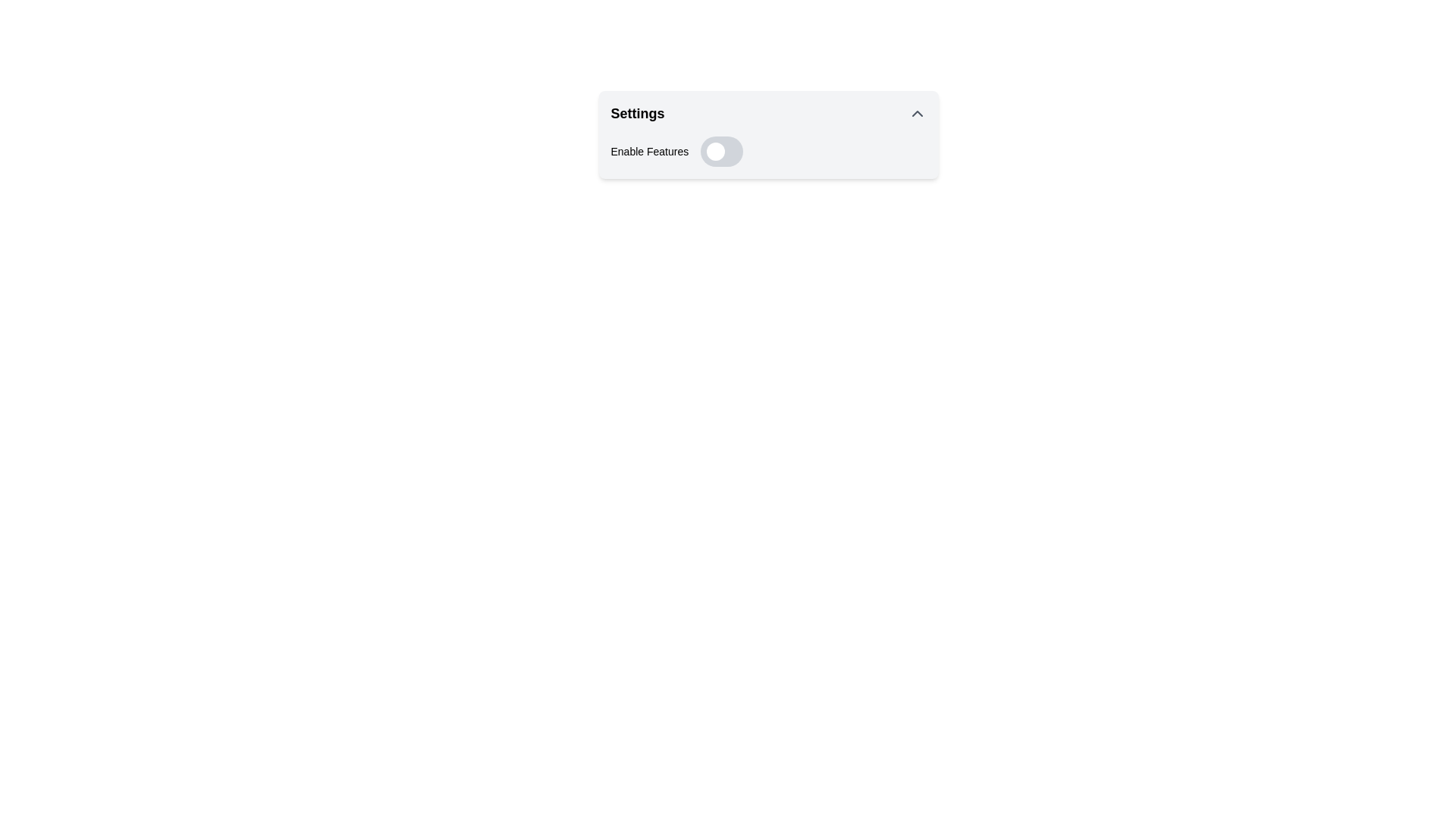 The height and width of the screenshot is (819, 1456). Describe the element at coordinates (721, 152) in the screenshot. I see `the toggle switch element located to the right of the 'Enable Features' label` at that location.